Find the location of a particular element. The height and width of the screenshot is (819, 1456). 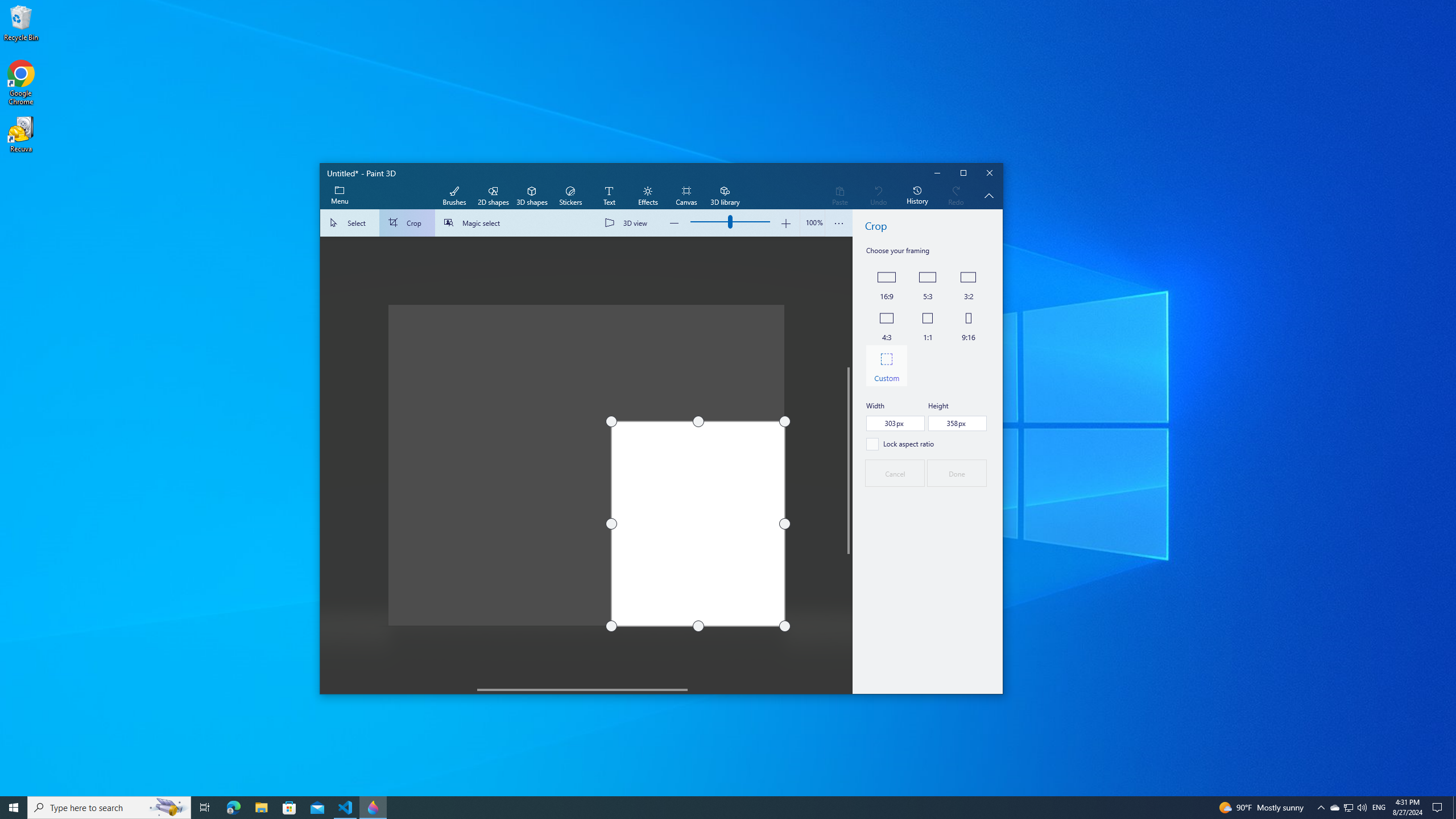

'Paint 3D - 1 running window' is located at coordinates (373, 806).